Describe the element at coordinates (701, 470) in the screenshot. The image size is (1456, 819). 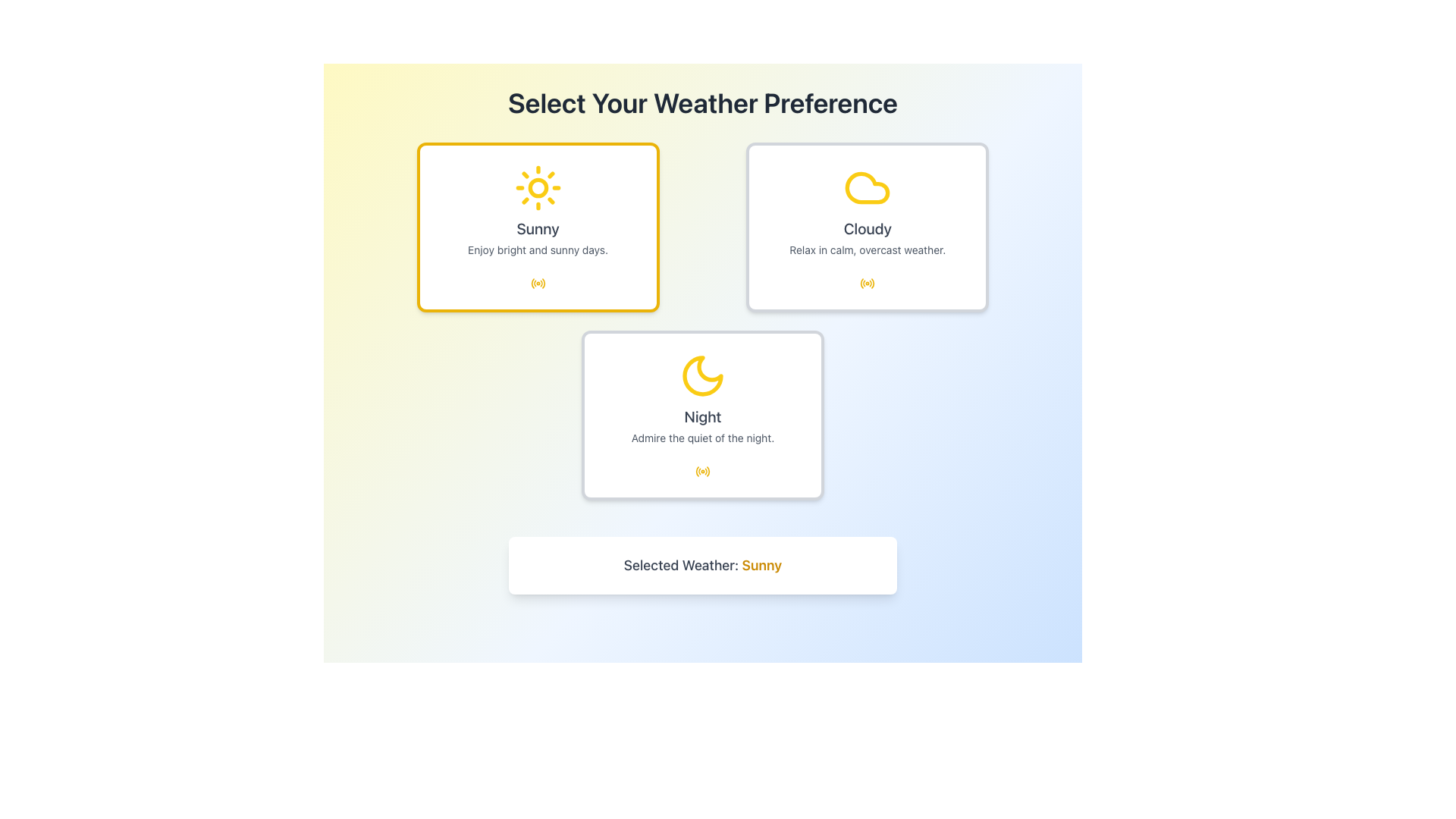
I see `the small circular yellow radio icon located at the bottom center of the 'Night' card, which is positioned directly after the text 'Admire the quiet of the night'` at that location.